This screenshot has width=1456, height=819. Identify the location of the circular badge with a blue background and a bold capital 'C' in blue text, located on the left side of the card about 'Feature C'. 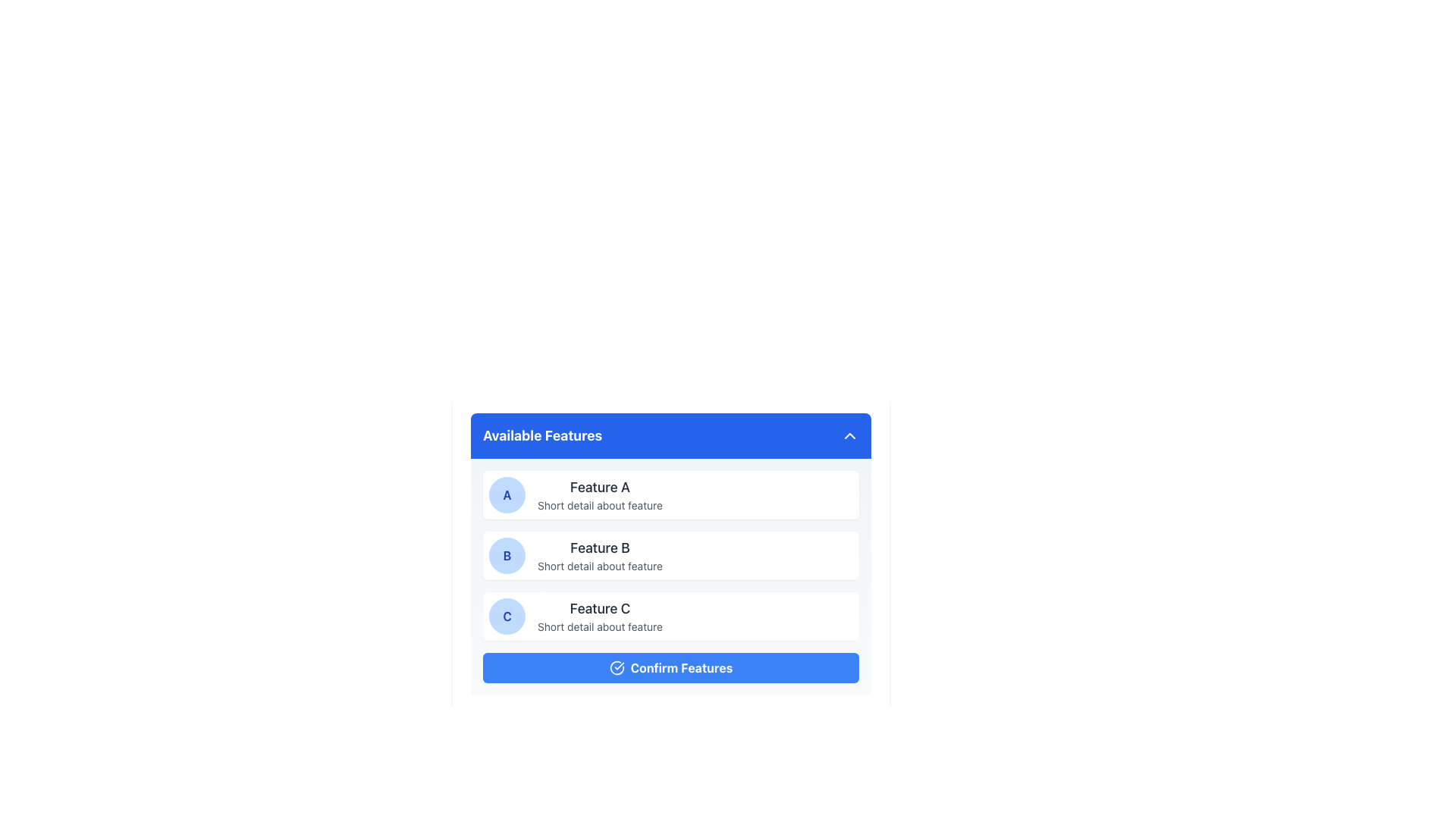
(507, 617).